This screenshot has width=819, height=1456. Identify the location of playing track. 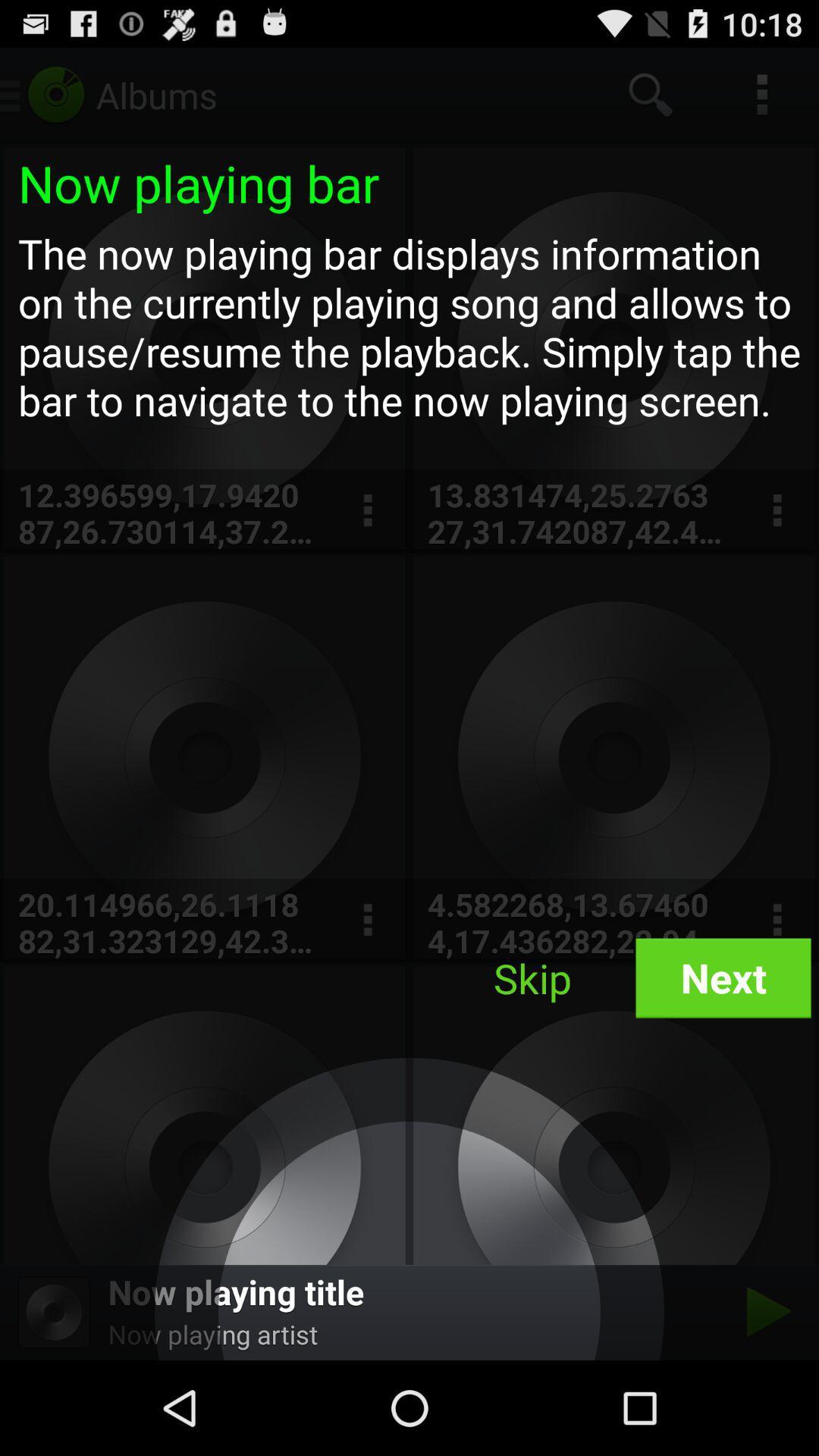
(764, 1311).